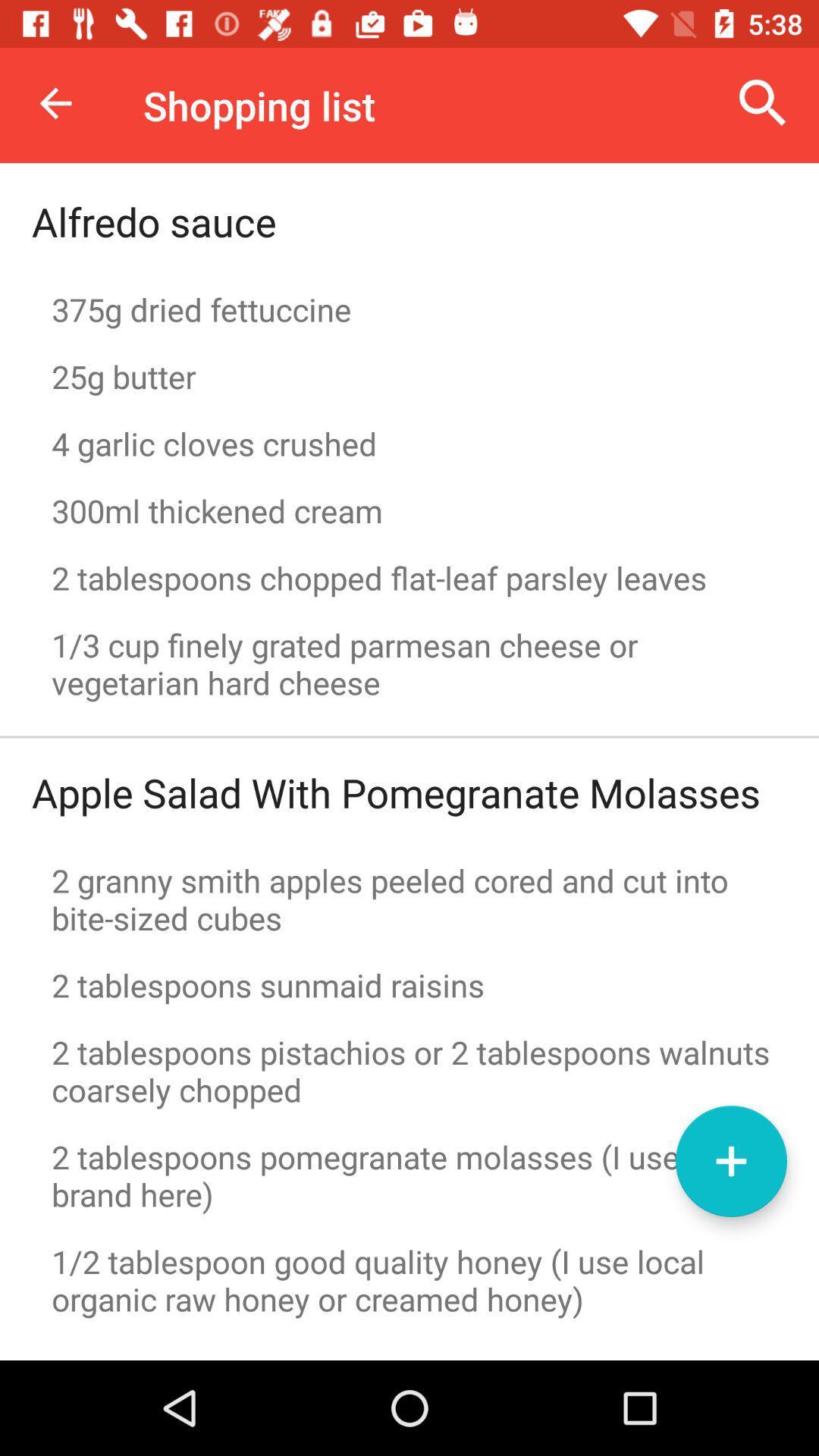  I want to click on the icon above the 25g butter, so click(409, 309).